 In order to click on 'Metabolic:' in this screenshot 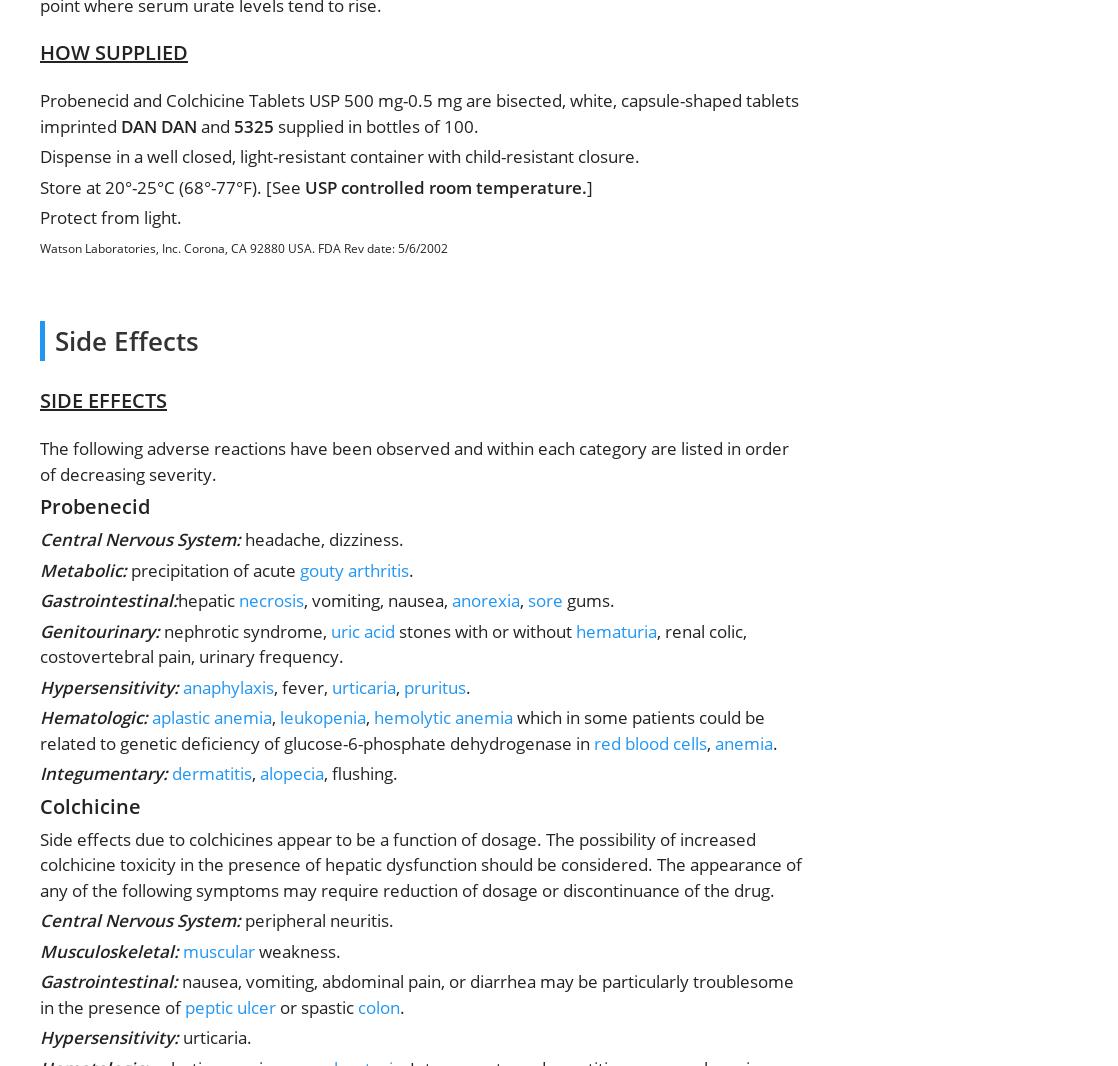, I will do `click(83, 568)`.